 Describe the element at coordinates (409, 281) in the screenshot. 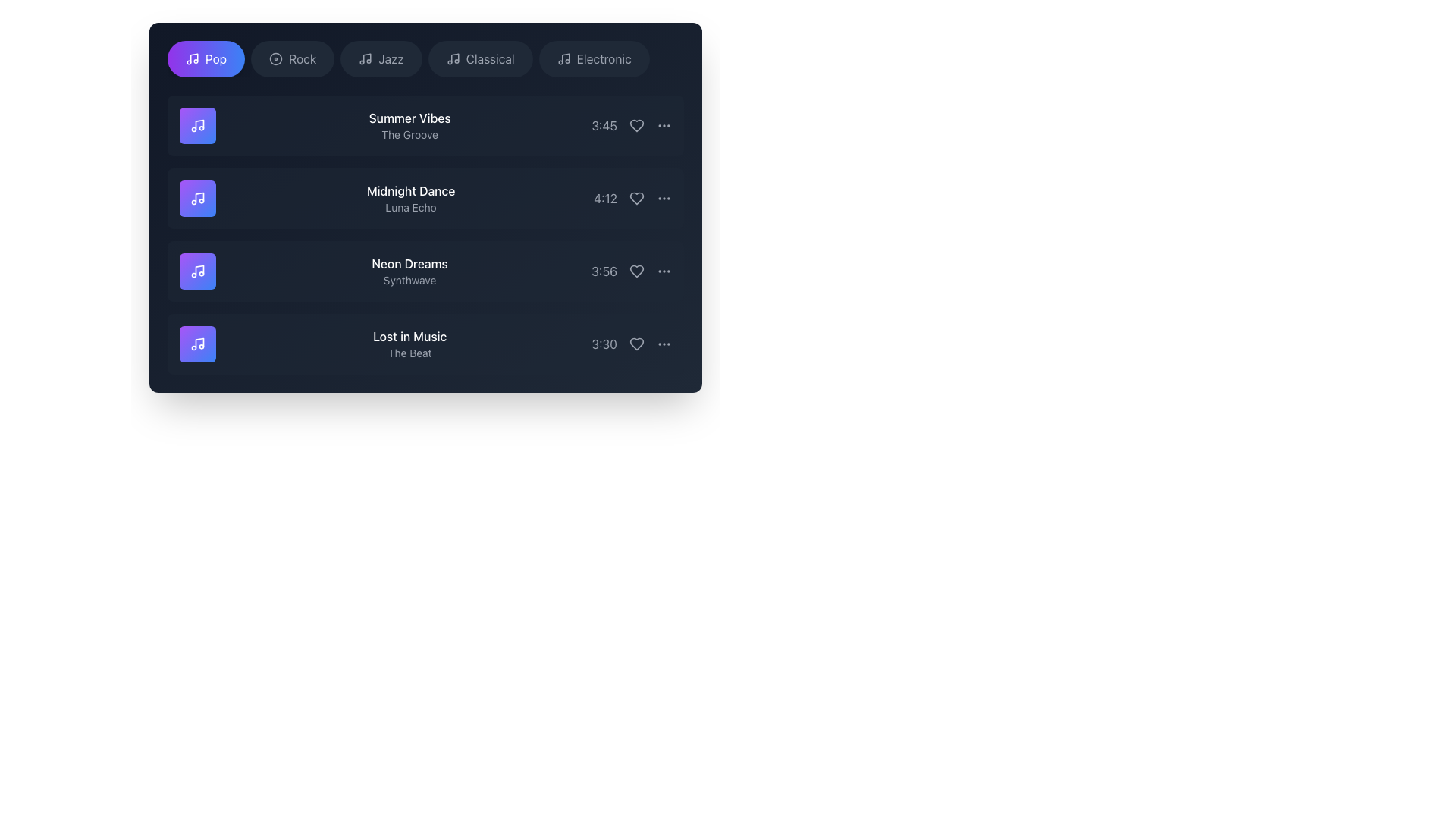

I see `the 'Synthwave' text label, which is a gray-colored, smaller font text located below 'Neon Dreams' in the list of musical tracks` at that location.